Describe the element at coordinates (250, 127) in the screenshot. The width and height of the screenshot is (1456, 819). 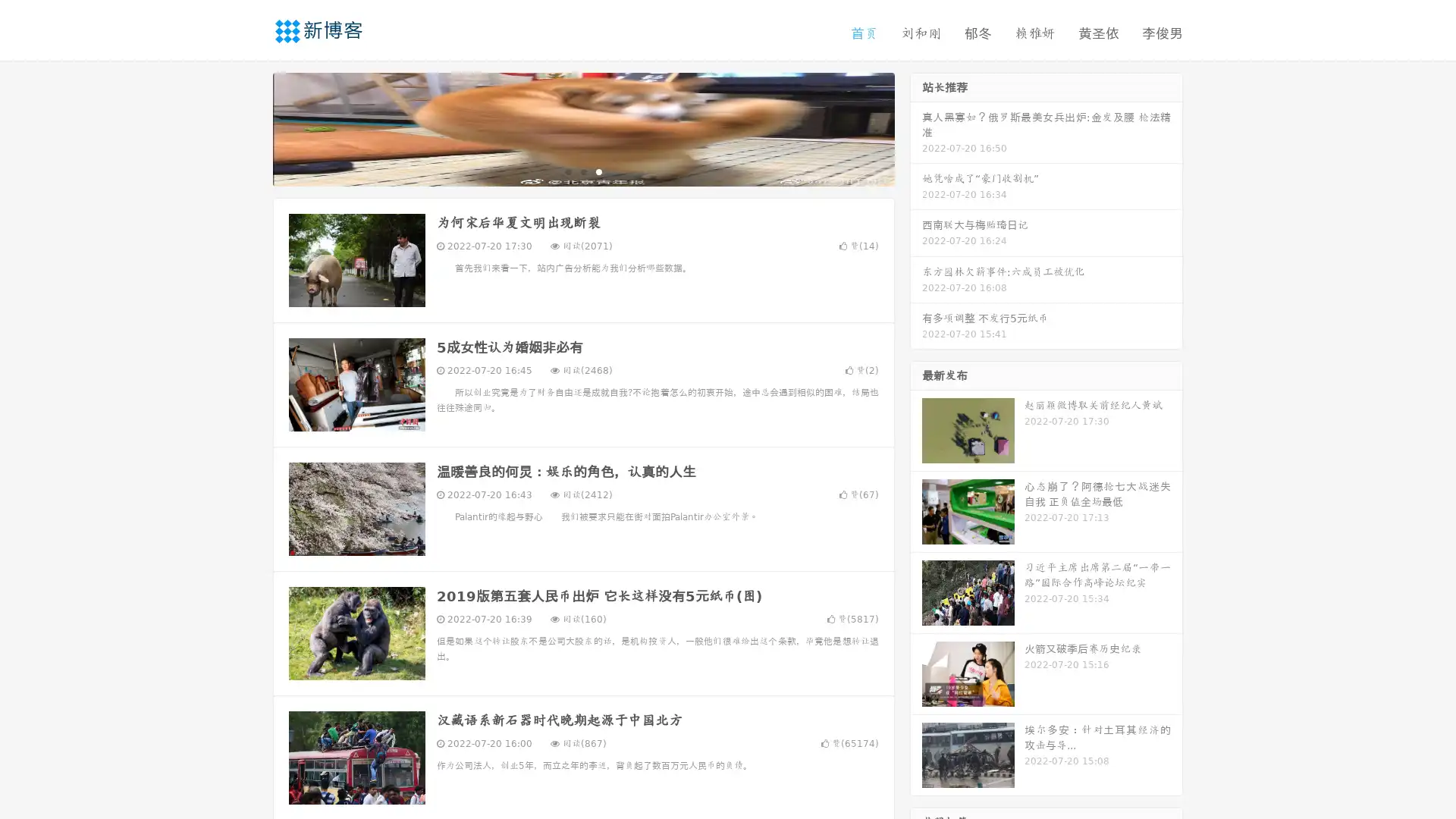
I see `Previous slide` at that location.